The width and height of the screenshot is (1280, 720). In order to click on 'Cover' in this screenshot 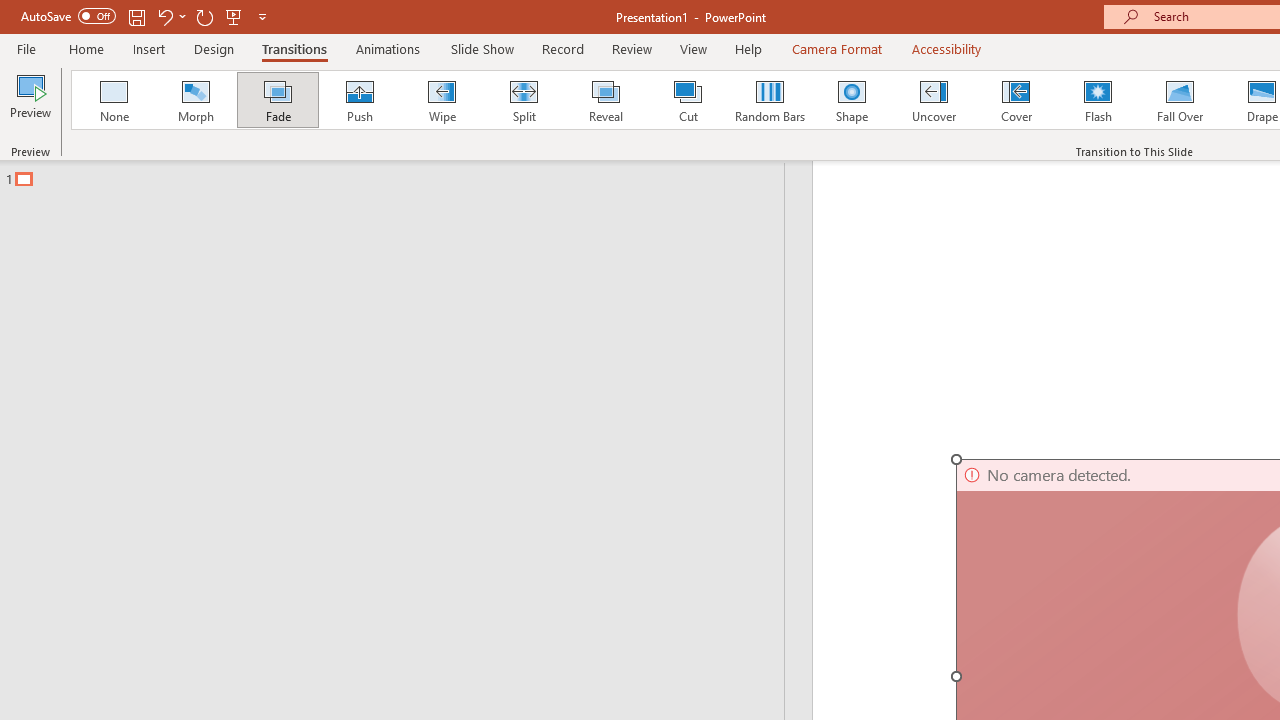, I will do `click(1016, 100)`.